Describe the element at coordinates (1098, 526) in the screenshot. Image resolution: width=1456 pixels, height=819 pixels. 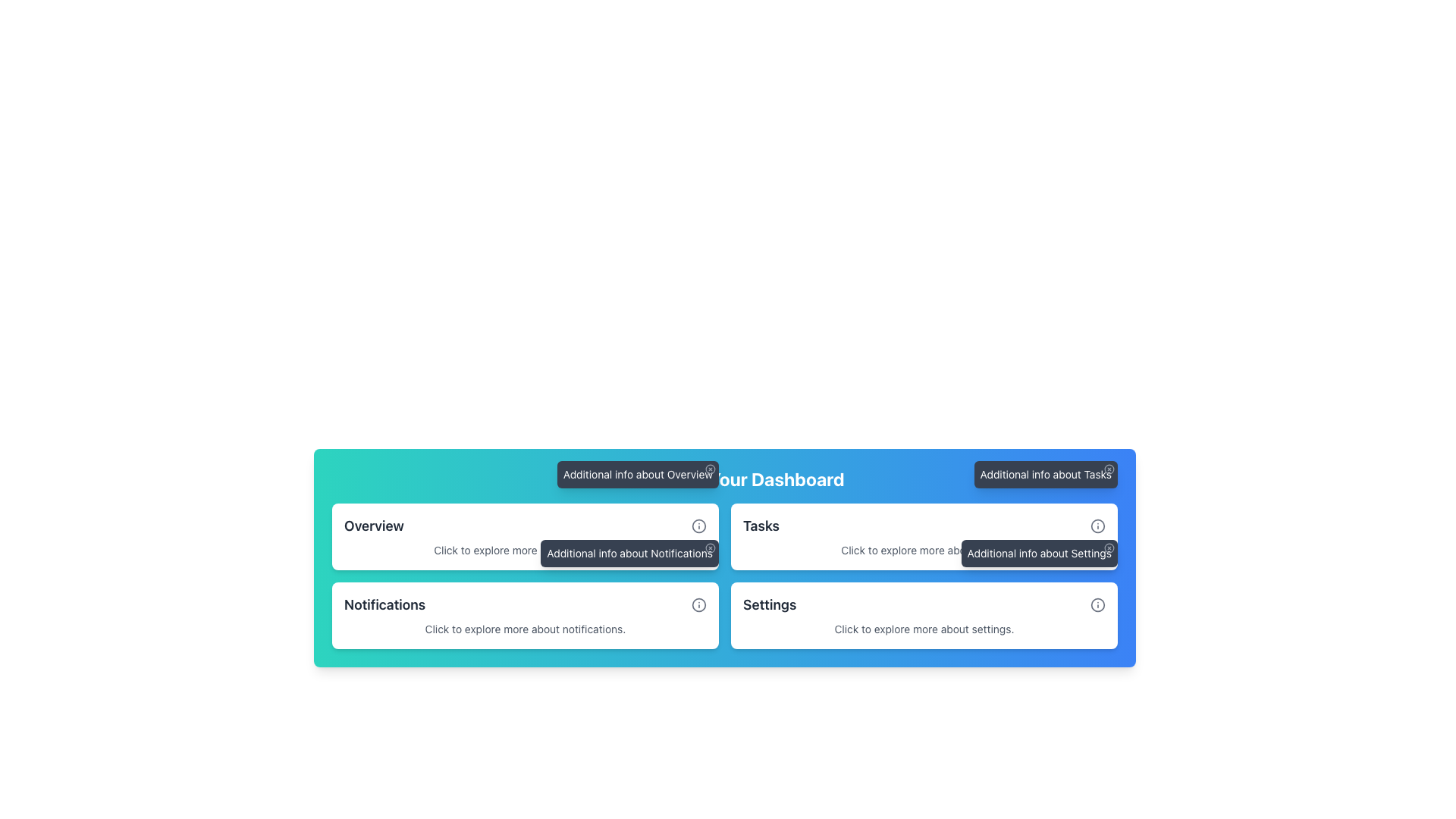
I see `the circular 'i' icon located at the right end of the 'Tasks' heading` at that location.